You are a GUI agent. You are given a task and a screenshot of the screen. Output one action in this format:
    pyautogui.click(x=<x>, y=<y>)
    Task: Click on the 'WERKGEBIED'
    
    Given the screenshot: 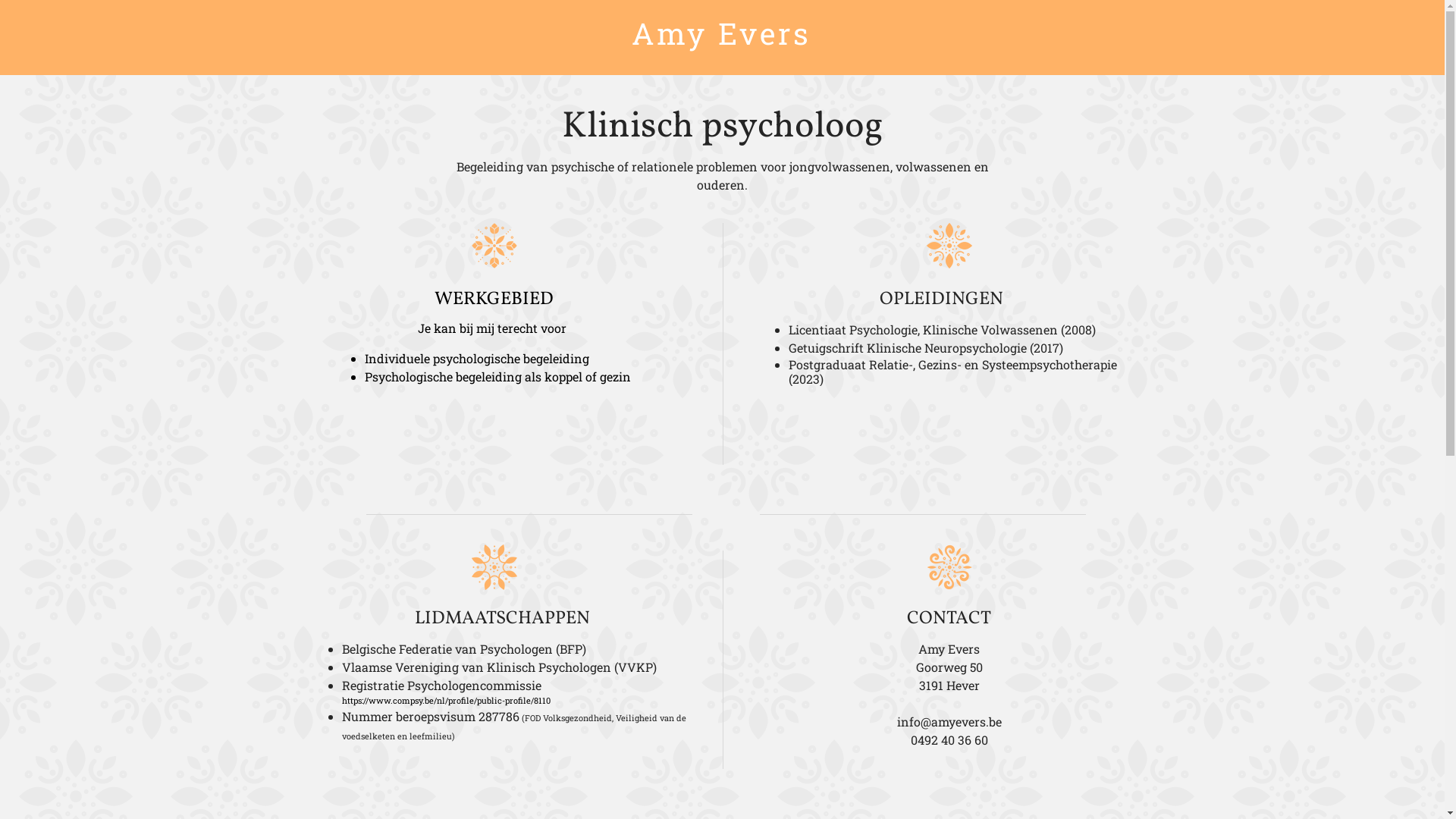 What is the action you would take?
    pyautogui.click(x=432, y=299)
    